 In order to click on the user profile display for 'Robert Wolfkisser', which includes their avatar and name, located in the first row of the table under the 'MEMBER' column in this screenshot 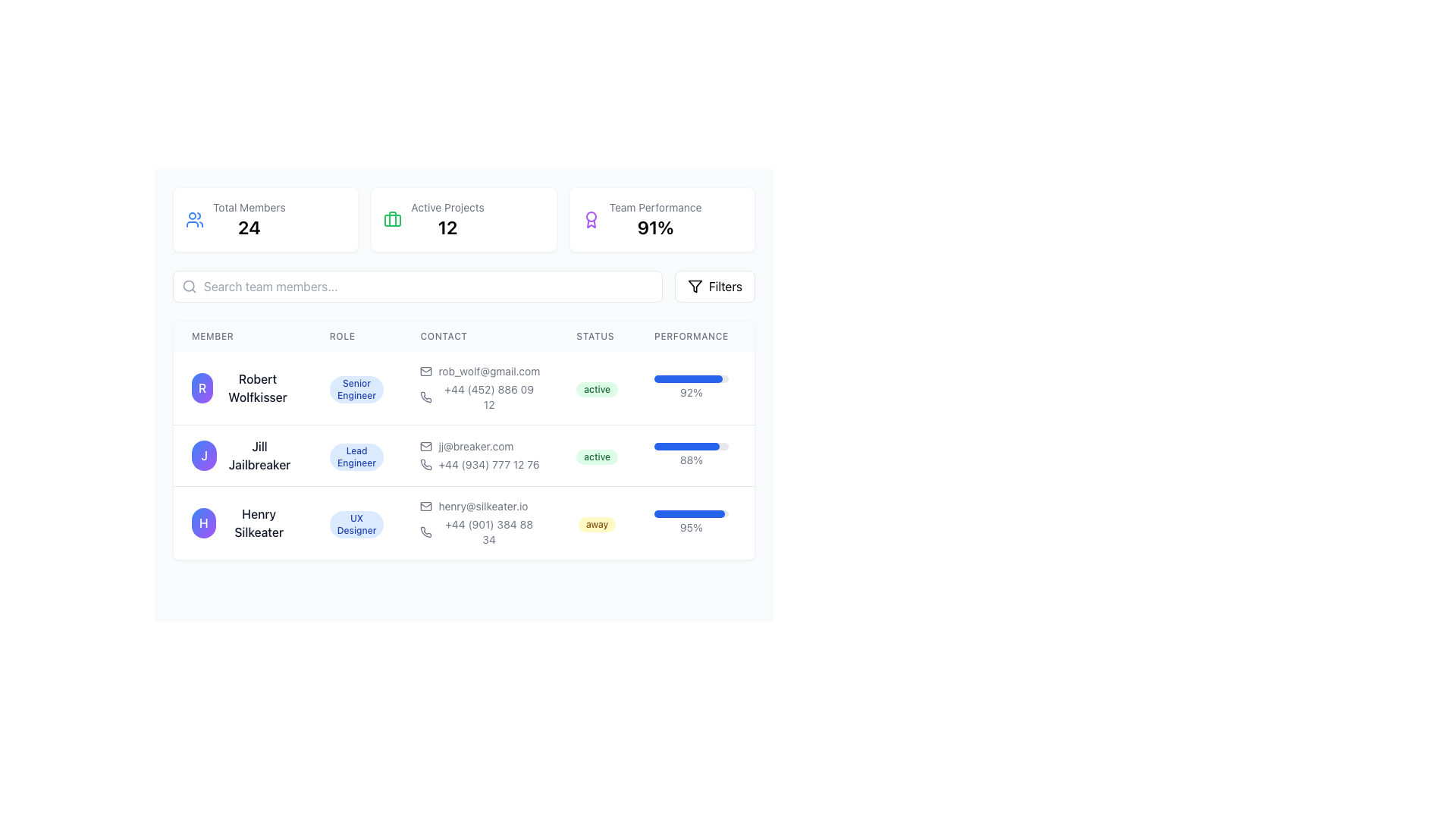, I will do `click(241, 388)`.